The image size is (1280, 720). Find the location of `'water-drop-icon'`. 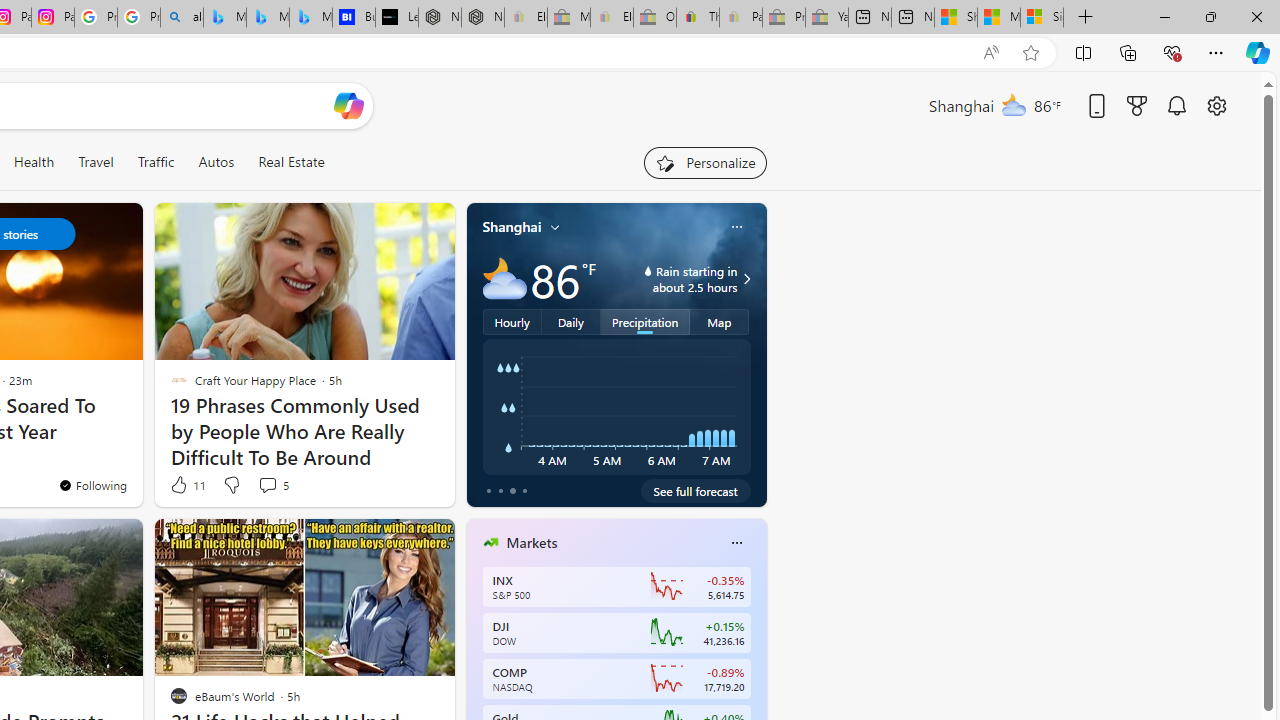

'water-drop-icon' is located at coordinates (648, 270).